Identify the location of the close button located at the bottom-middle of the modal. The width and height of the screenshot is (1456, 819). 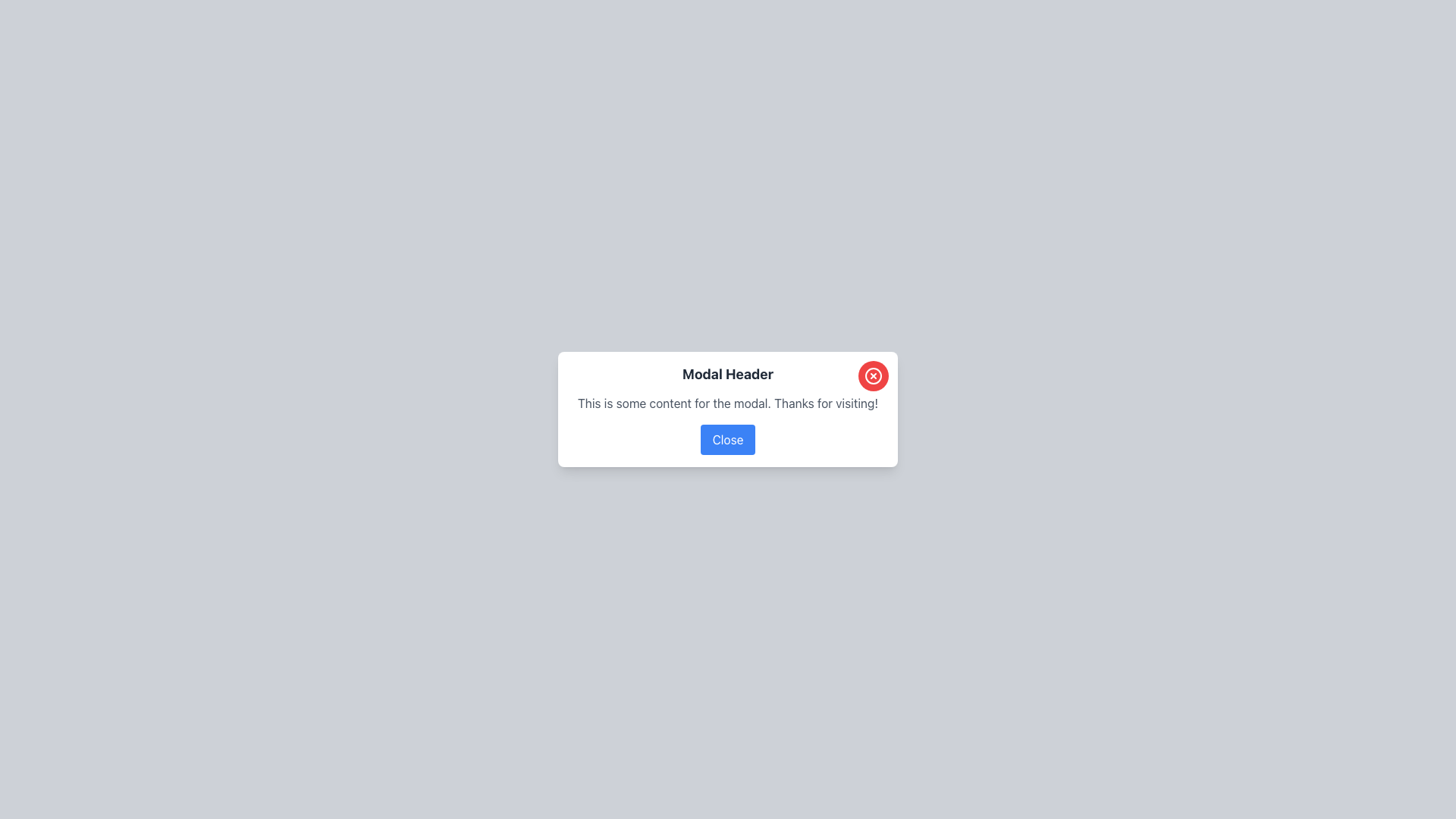
(728, 439).